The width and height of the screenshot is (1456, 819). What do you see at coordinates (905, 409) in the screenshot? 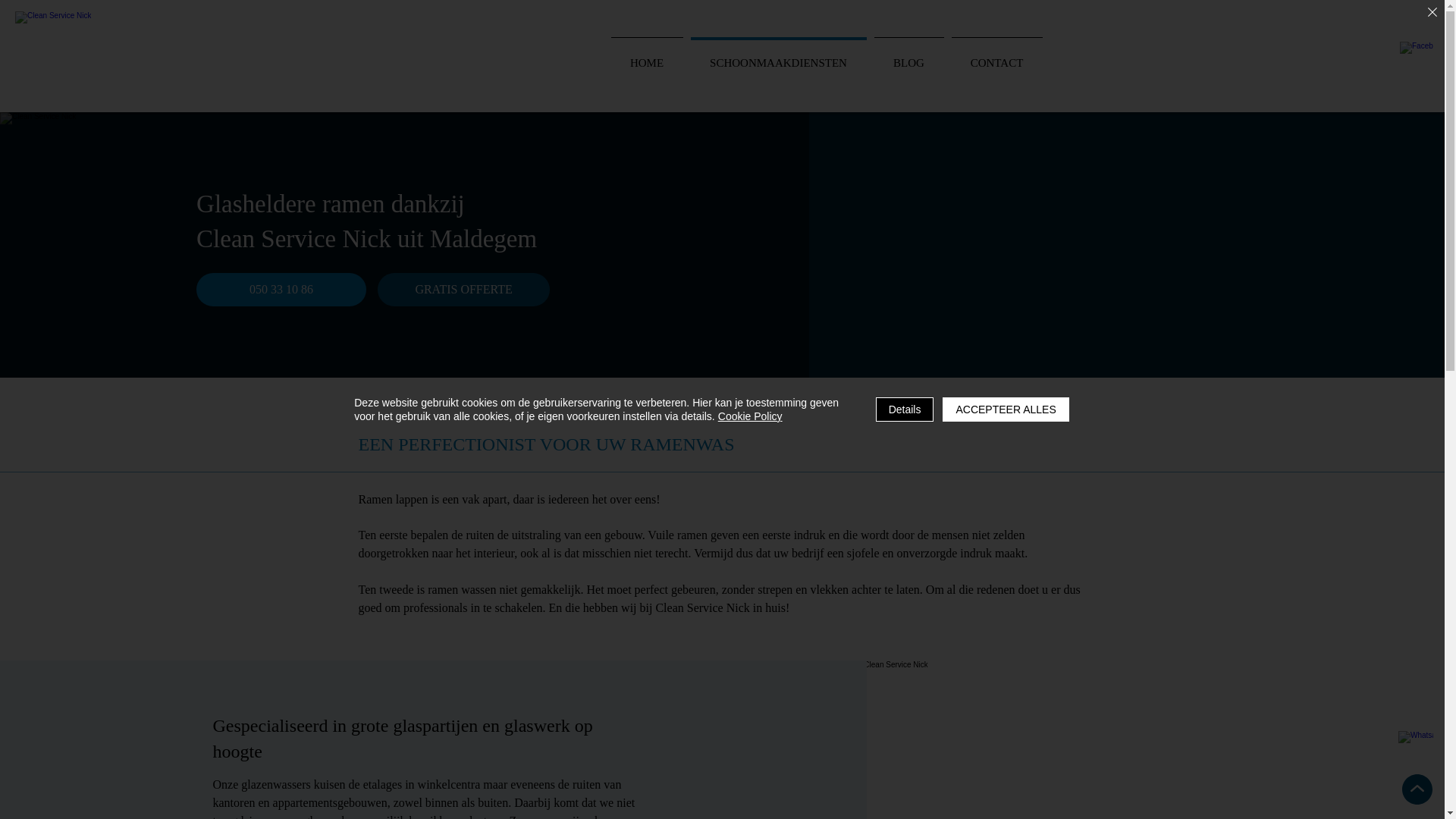
I see `'Details'` at bounding box center [905, 409].